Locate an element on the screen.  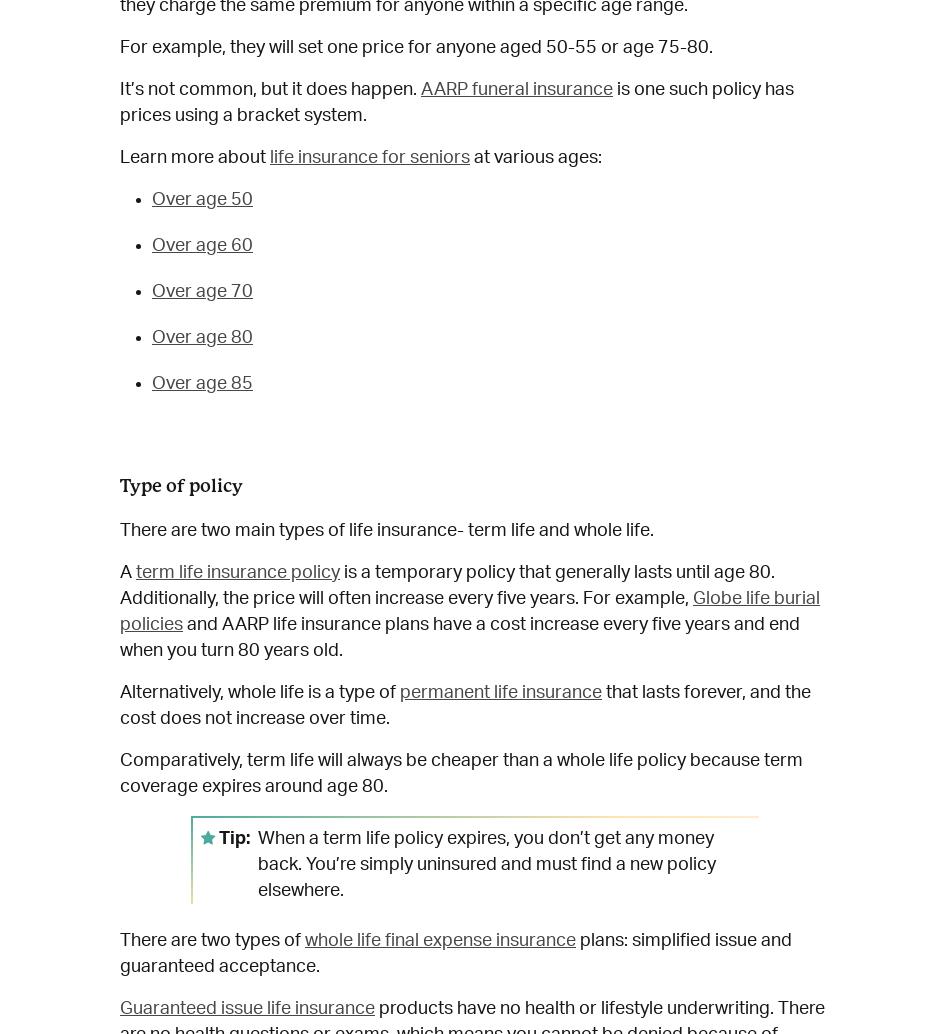
'and AARP life insurance plans have a cost increase every five years and end when you turn 80 years old.' is located at coordinates (458, 637).